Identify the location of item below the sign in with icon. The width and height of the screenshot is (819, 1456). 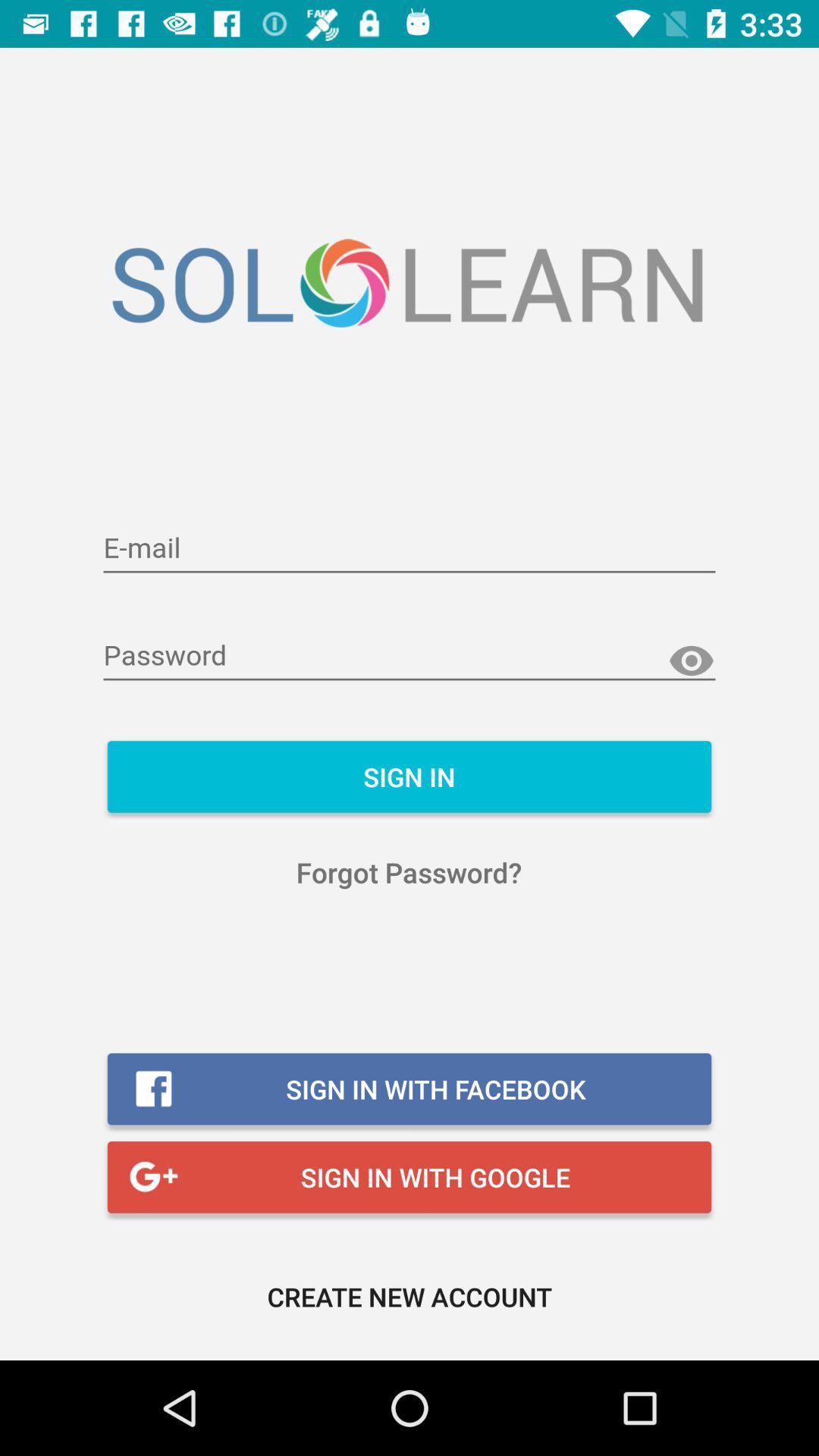
(409, 1295).